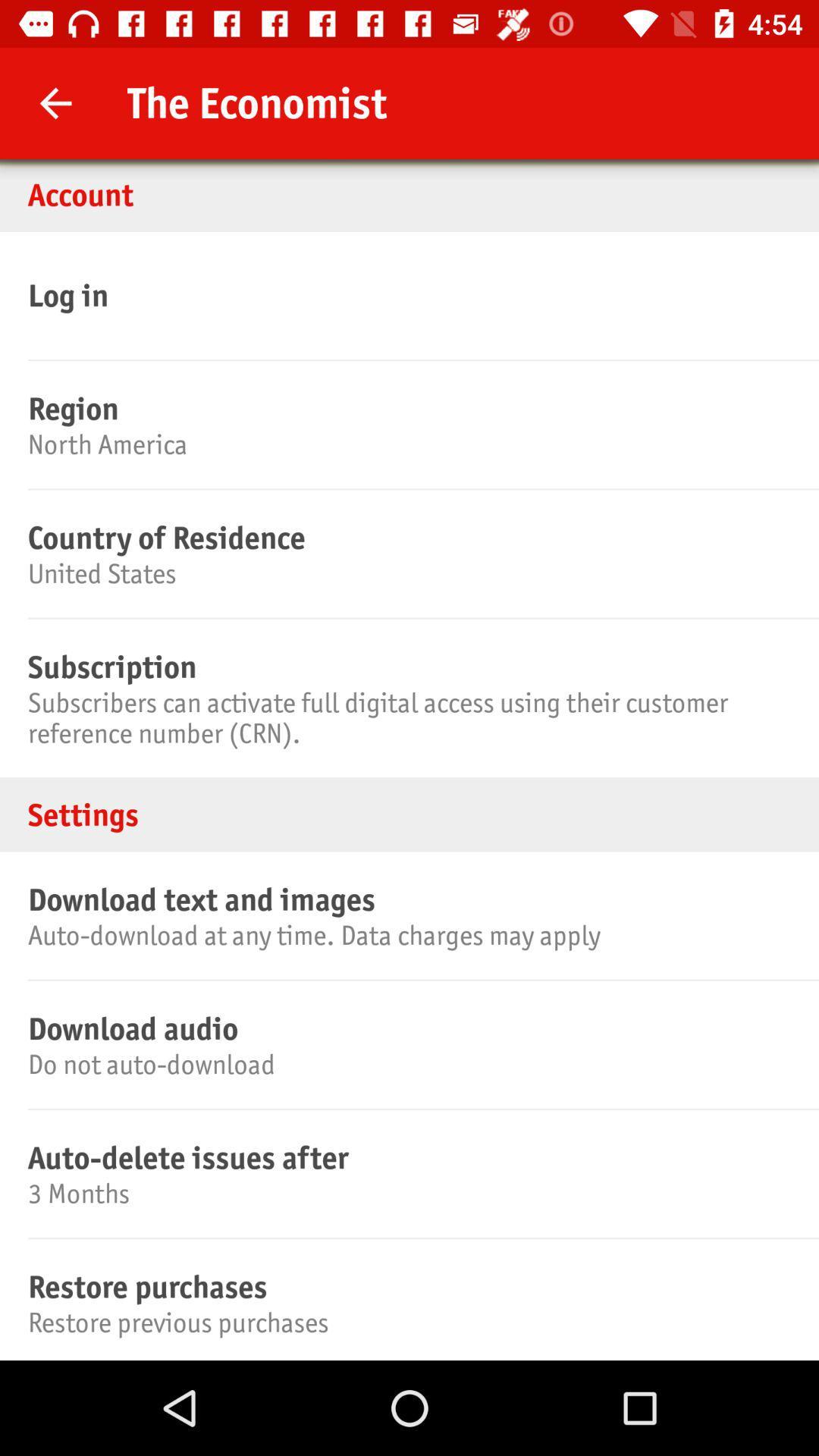  Describe the element at coordinates (406, 1028) in the screenshot. I see `the icon above the do not auto icon` at that location.